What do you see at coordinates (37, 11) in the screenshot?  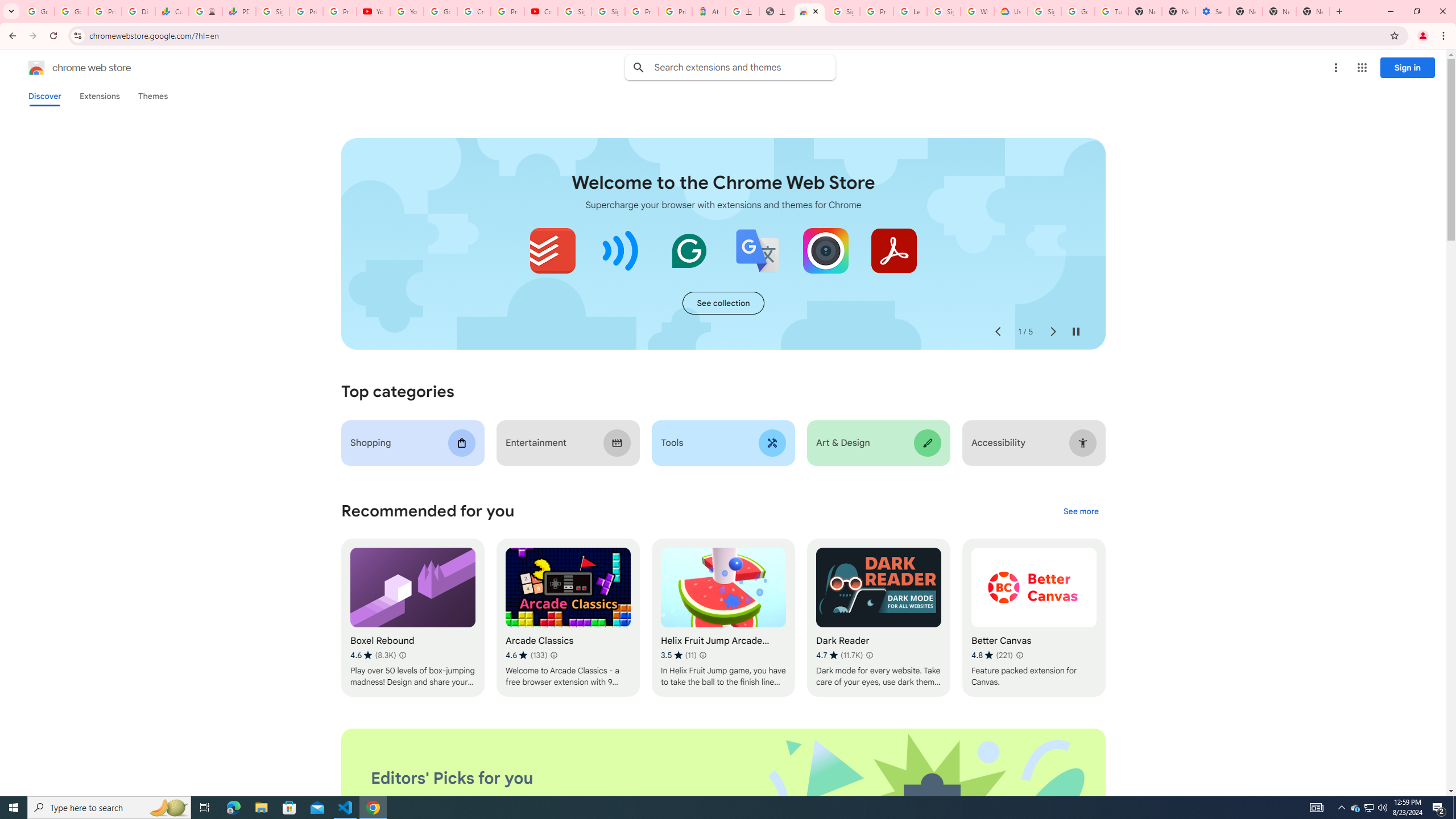 I see `'Google Workspace Admin Community'` at bounding box center [37, 11].